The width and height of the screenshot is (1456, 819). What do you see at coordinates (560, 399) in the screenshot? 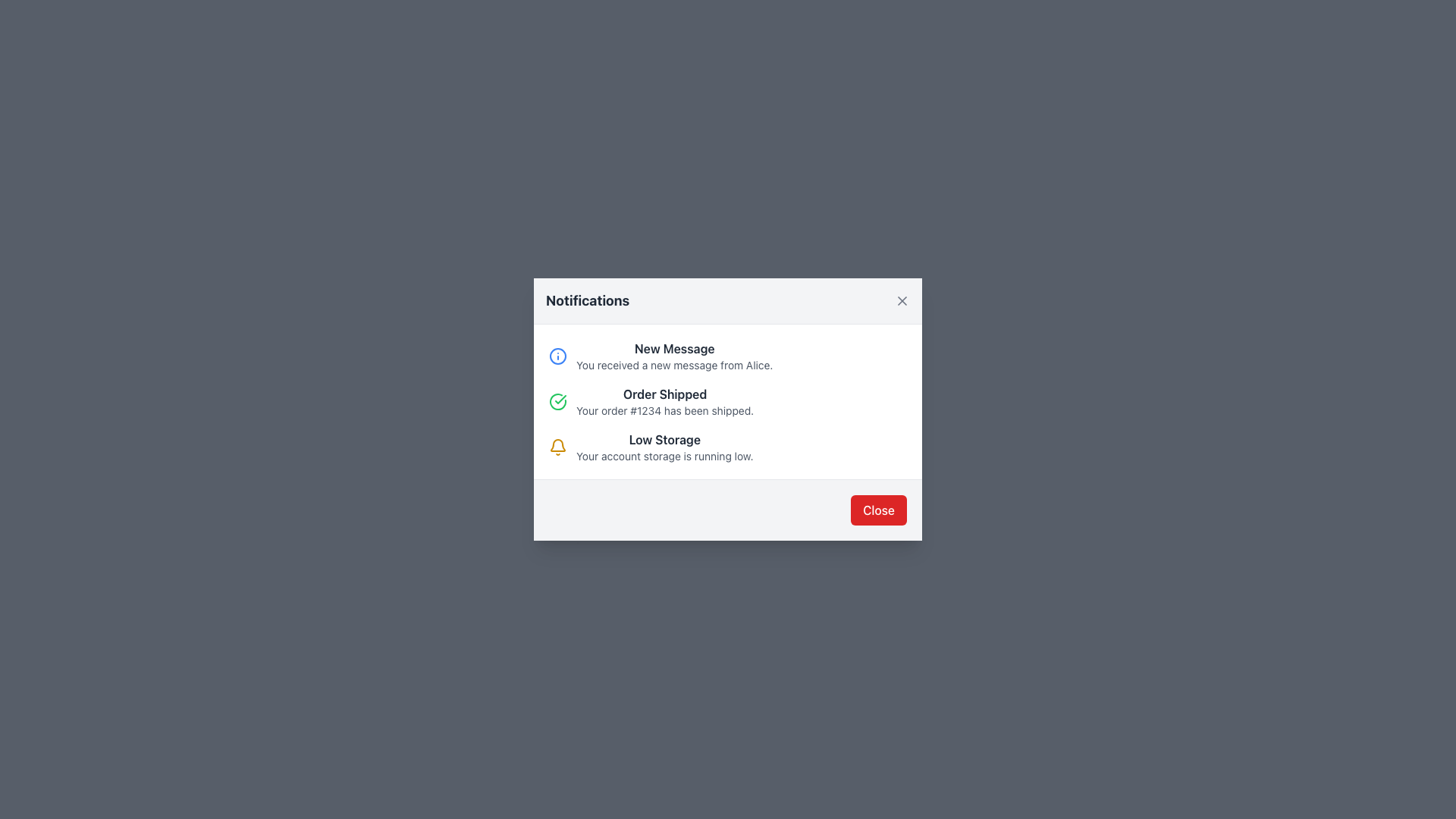
I see `the shipment success icon located to the left of the 'Order Shipped' notification text in the lower half of the notification card layout` at bounding box center [560, 399].